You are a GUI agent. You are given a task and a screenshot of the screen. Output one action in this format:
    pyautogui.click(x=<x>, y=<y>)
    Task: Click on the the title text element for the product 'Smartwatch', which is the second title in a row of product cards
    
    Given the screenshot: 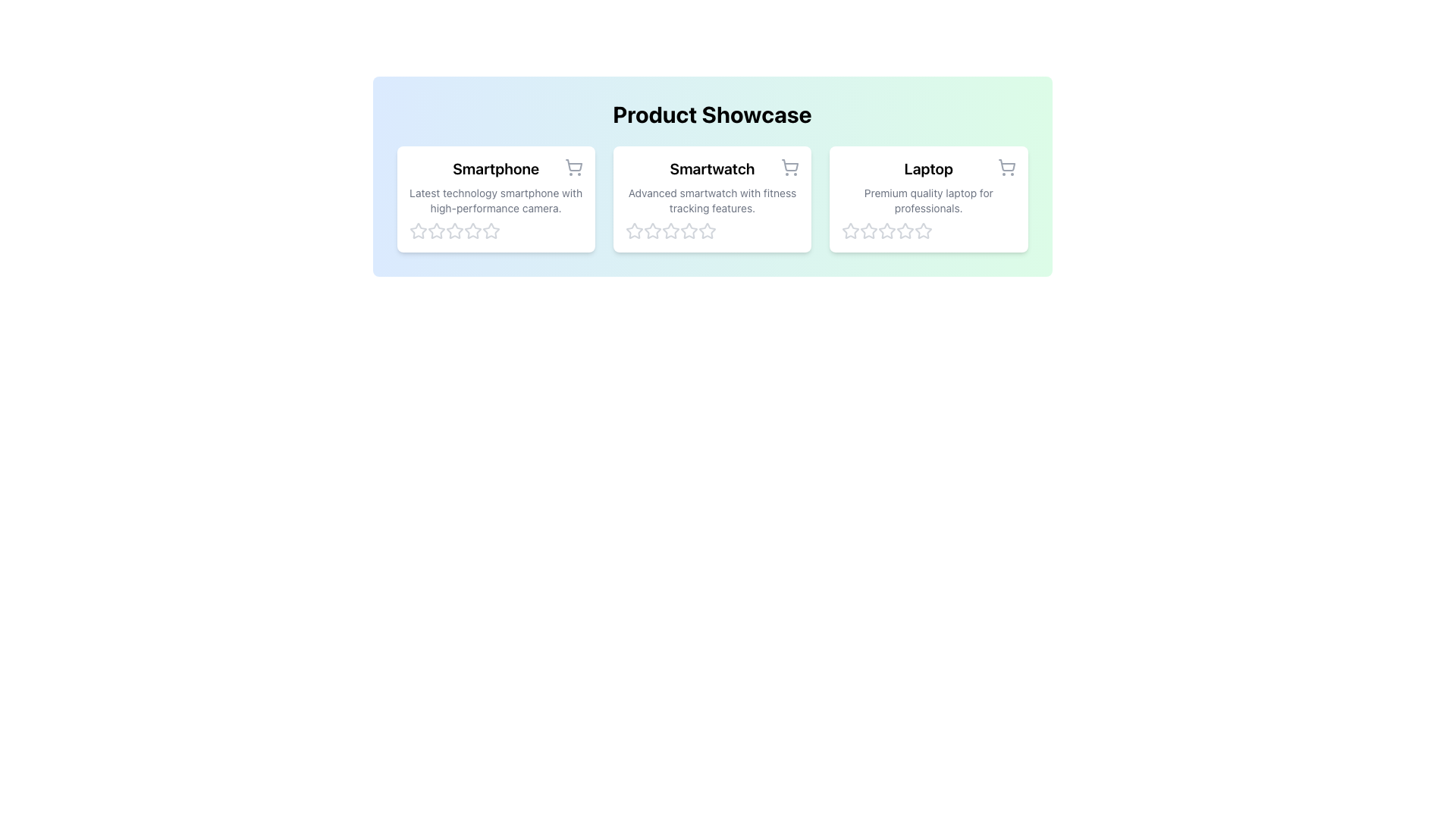 What is the action you would take?
    pyautogui.click(x=711, y=169)
    